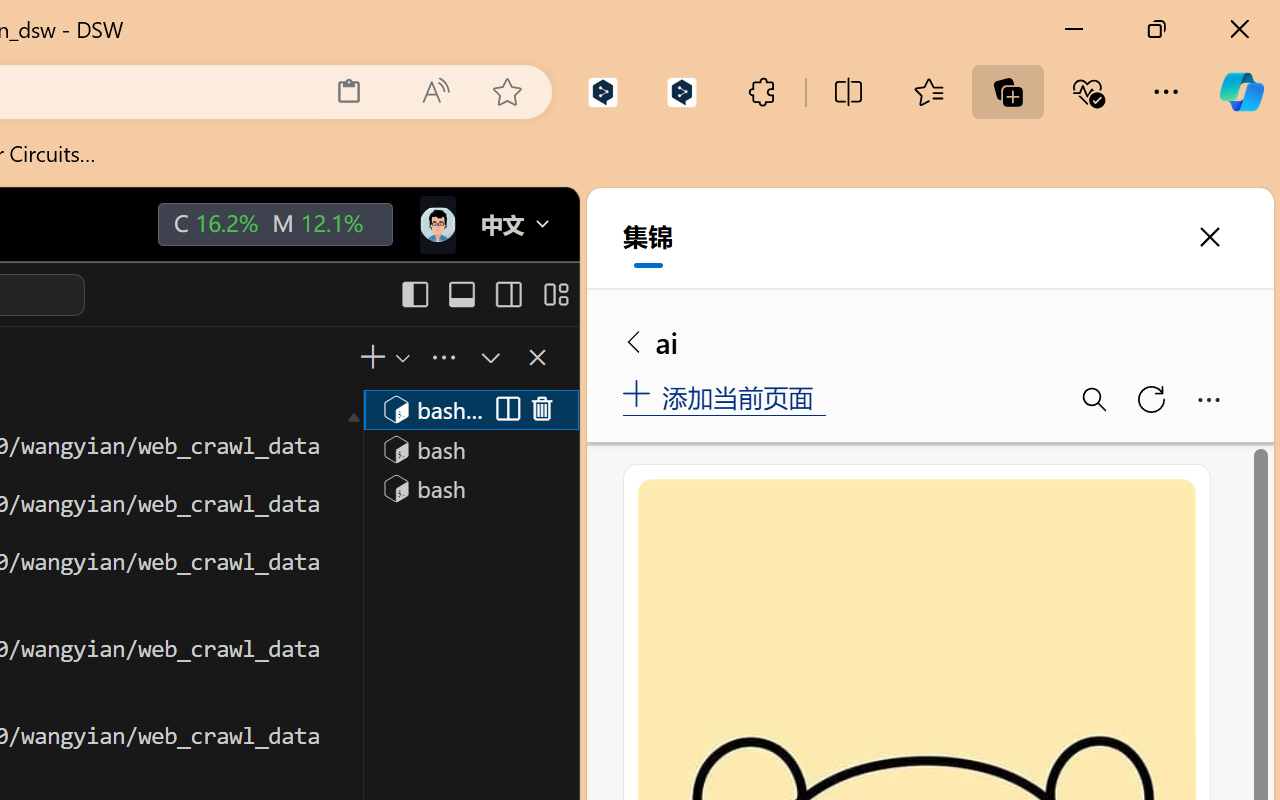  What do you see at coordinates (1240, 91) in the screenshot?
I see `'Copilot (Ctrl+Shift+.)'` at bounding box center [1240, 91].